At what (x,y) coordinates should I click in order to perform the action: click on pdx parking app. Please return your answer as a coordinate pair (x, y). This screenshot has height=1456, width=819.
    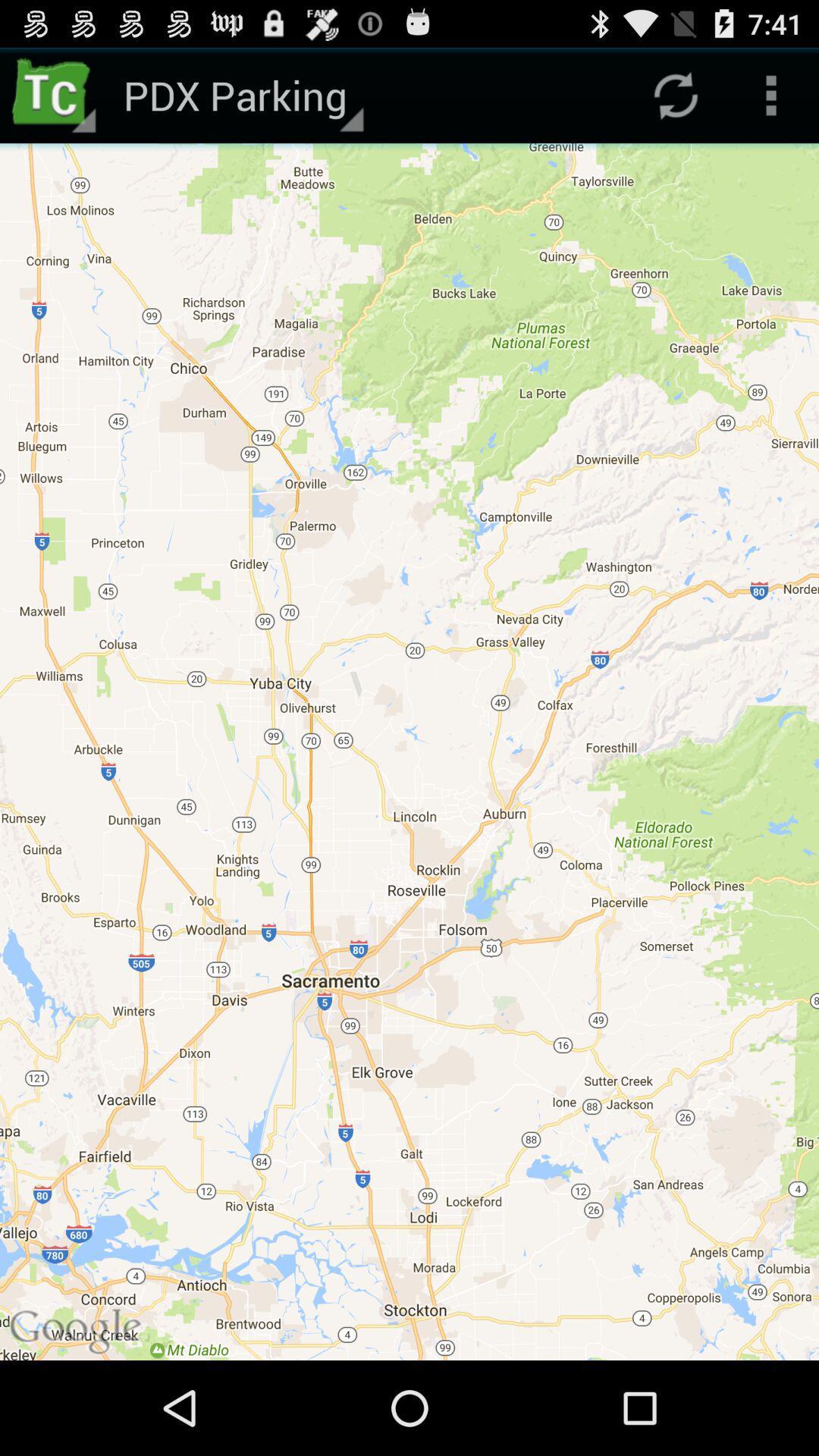
    Looking at the image, I should click on (240, 94).